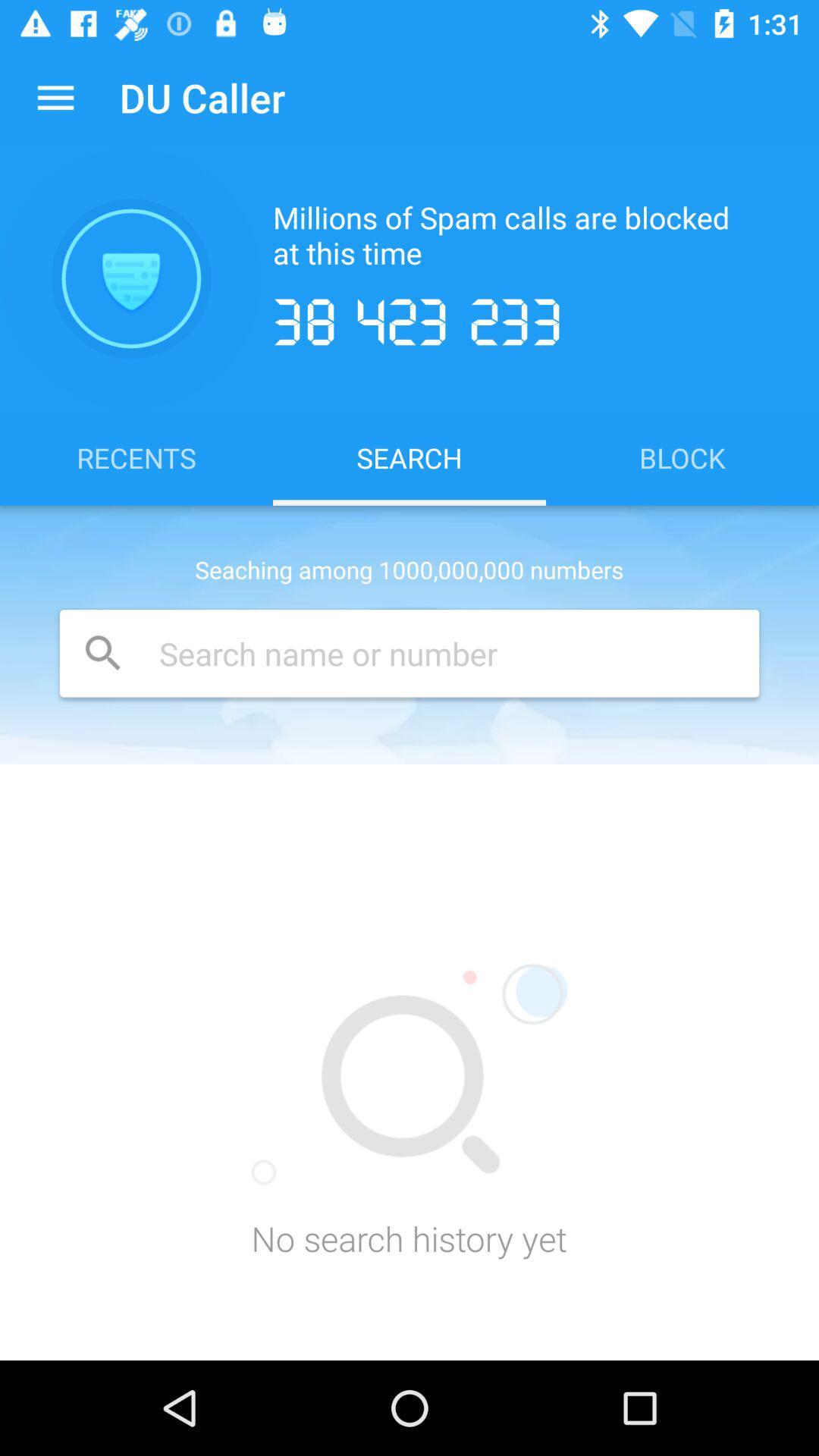 This screenshot has height=1456, width=819. What do you see at coordinates (136, 457) in the screenshot?
I see `icon above seaching among 1000 icon` at bounding box center [136, 457].